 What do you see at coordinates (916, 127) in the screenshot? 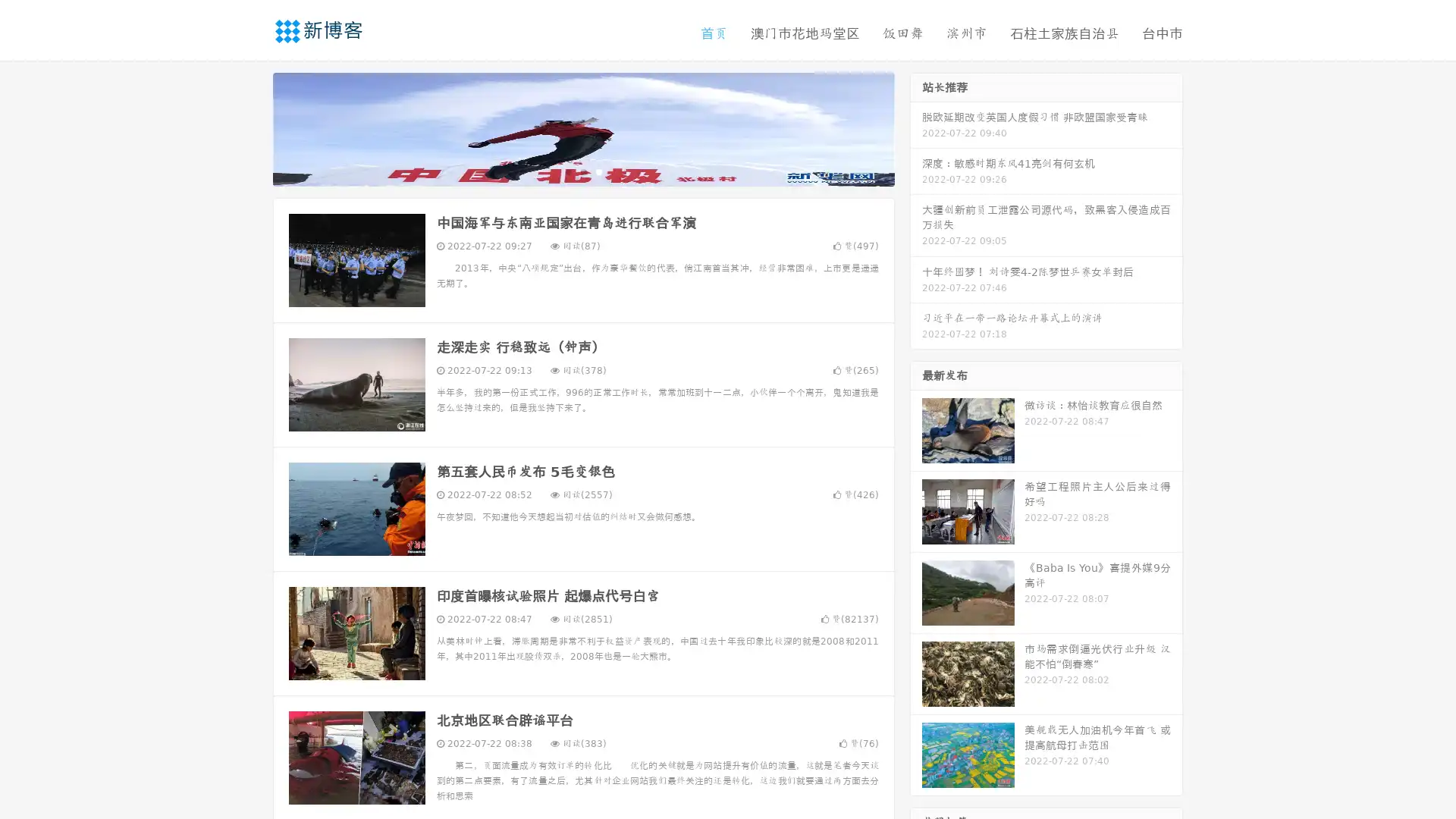
I see `Next slide` at bounding box center [916, 127].